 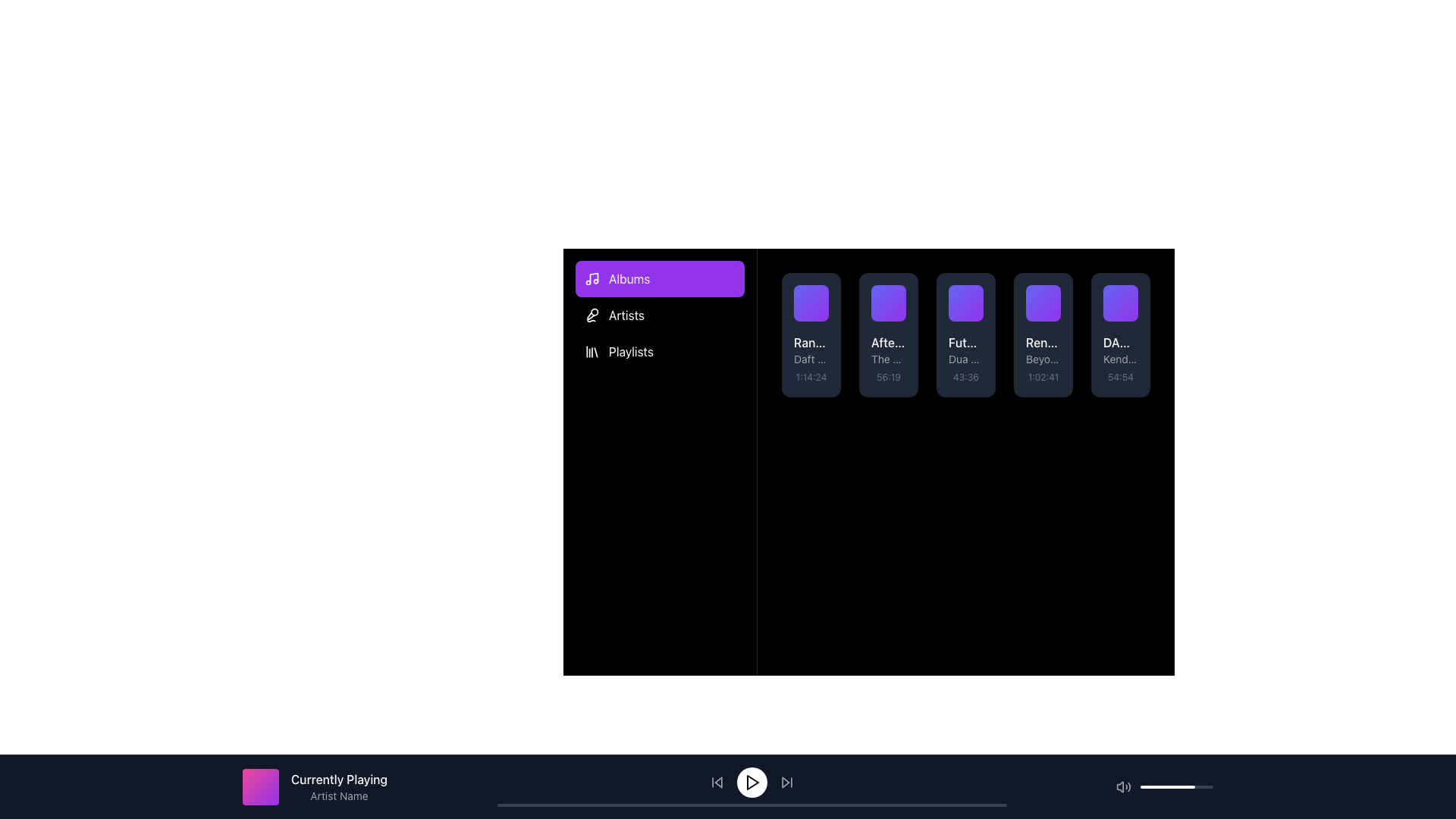 I want to click on the 'like' icon for the album 'Future Nostalgia' by Dua Lipa, so click(x=974, y=294).